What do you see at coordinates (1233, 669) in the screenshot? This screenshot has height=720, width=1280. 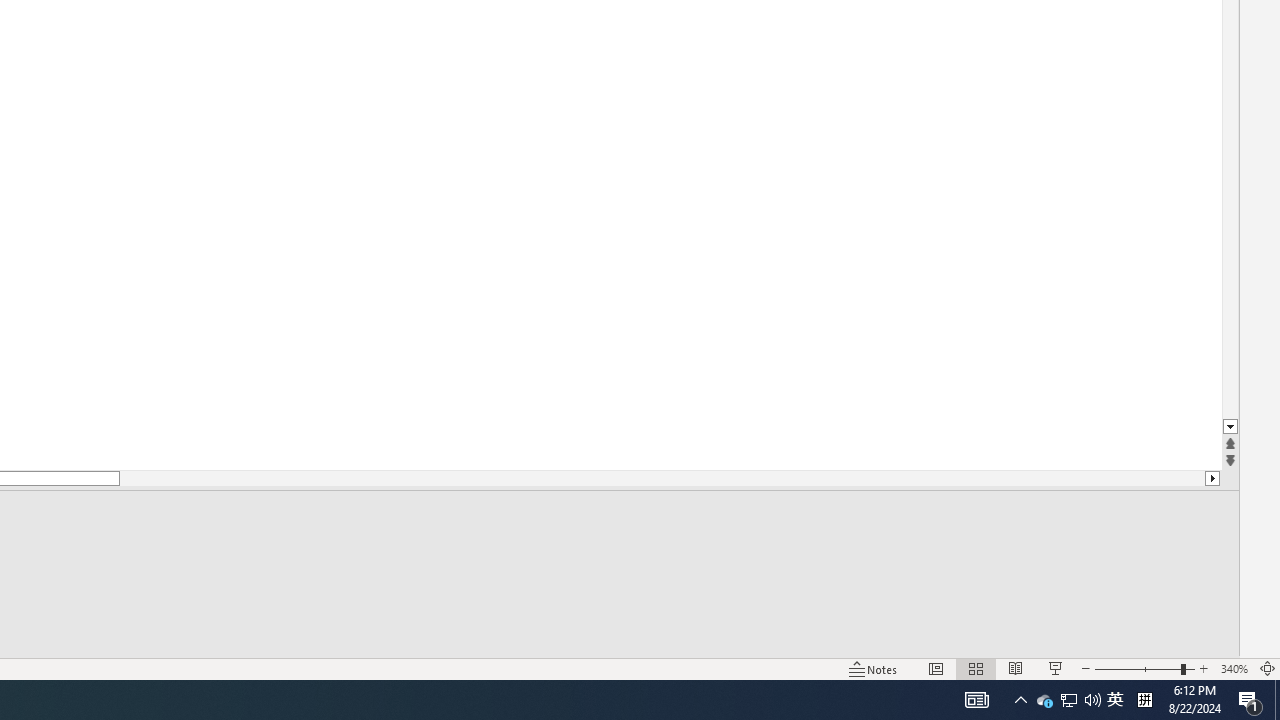 I see `'Zoom 340%'` at bounding box center [1233, 669].